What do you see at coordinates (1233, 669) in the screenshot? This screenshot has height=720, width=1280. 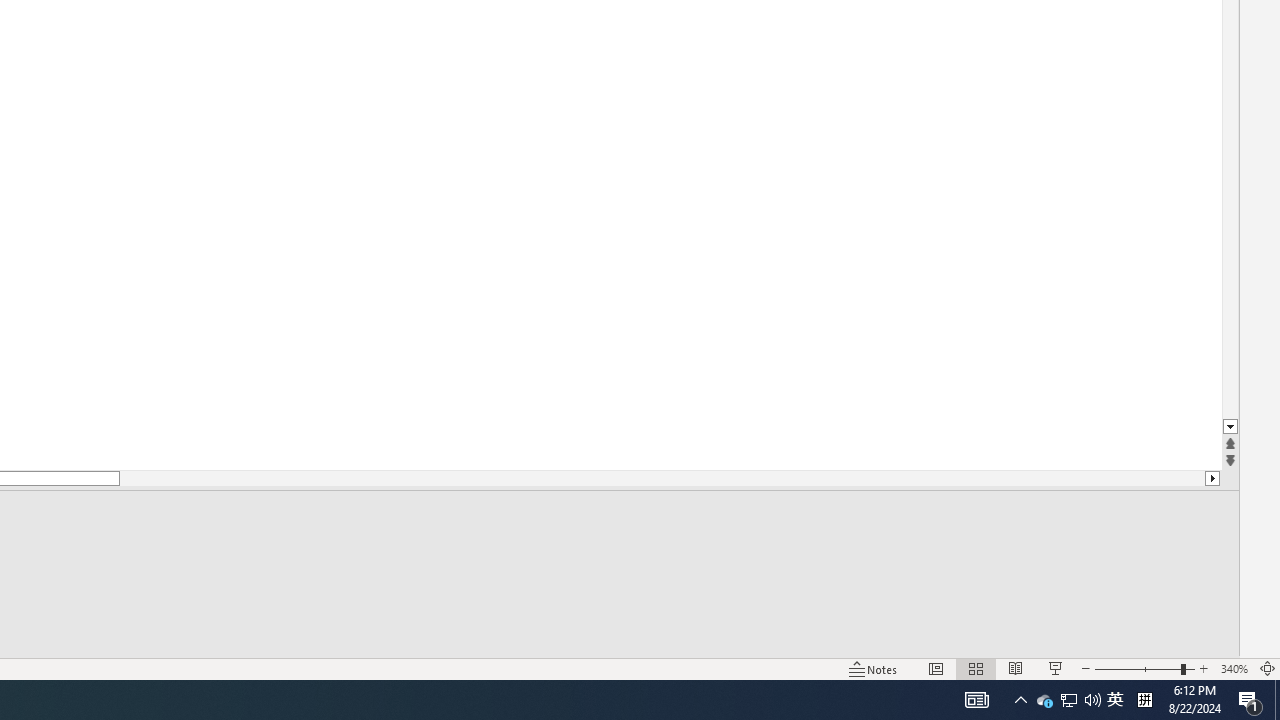 I see `'Zoom 340%'` at bounding box center [1233, 669].